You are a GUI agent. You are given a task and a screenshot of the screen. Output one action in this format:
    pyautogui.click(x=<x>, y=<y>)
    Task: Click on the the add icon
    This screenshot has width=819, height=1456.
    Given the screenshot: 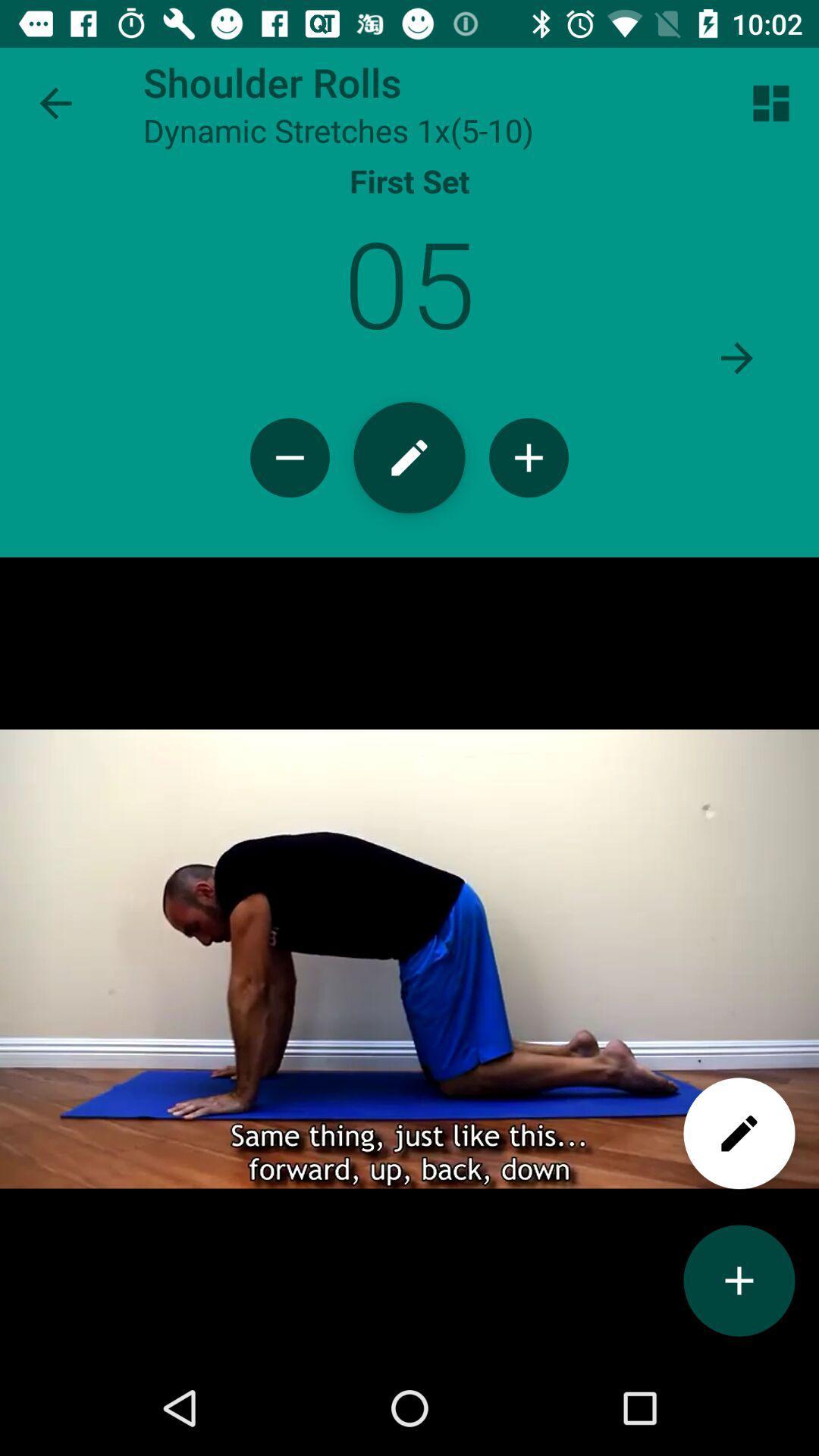 What is the action you would take?
    pyautogui.click(x=528, y=490)
    